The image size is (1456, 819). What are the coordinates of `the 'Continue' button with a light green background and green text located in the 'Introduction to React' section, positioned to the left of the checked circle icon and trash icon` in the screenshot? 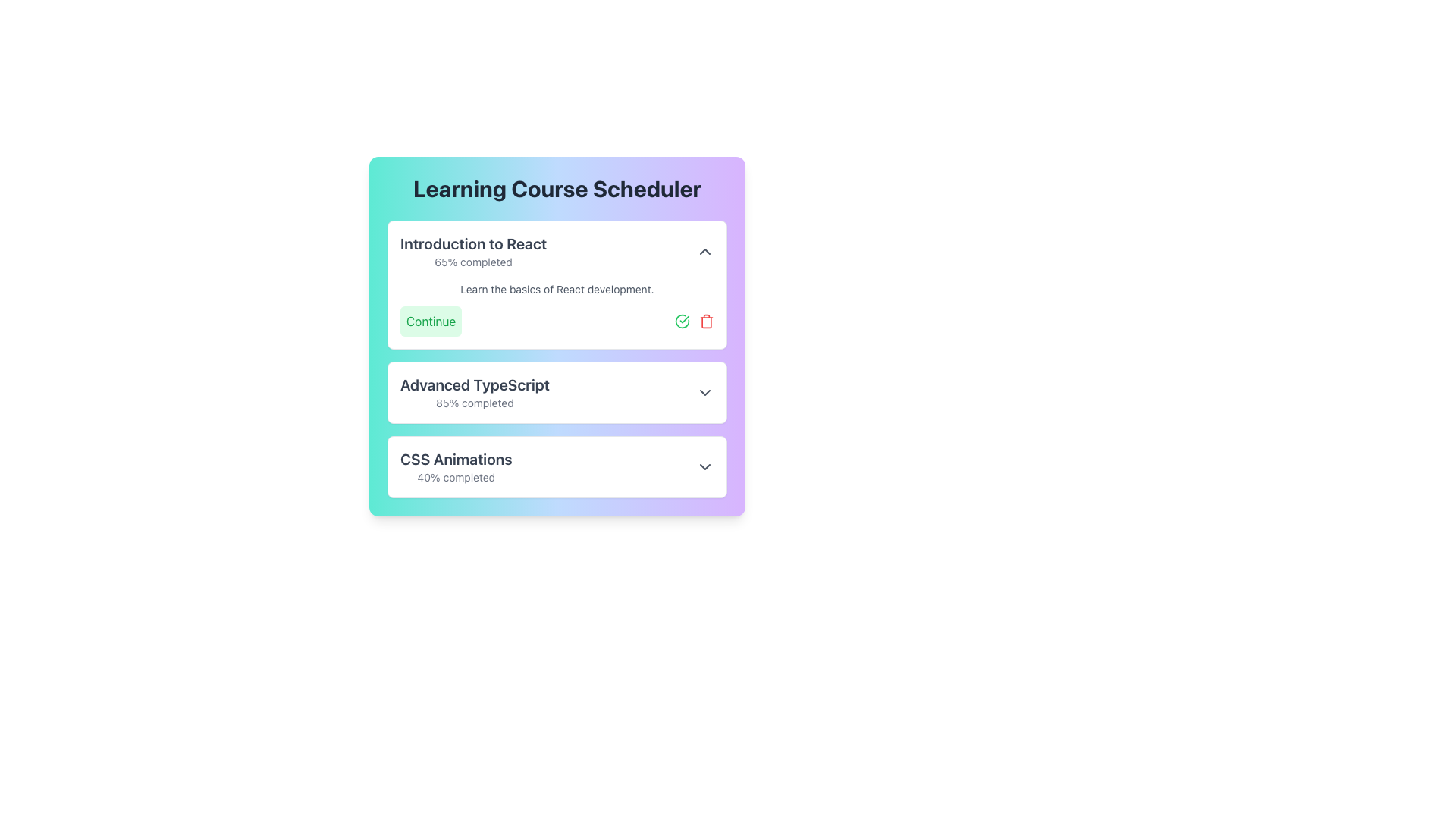 It's located at (430, 321).